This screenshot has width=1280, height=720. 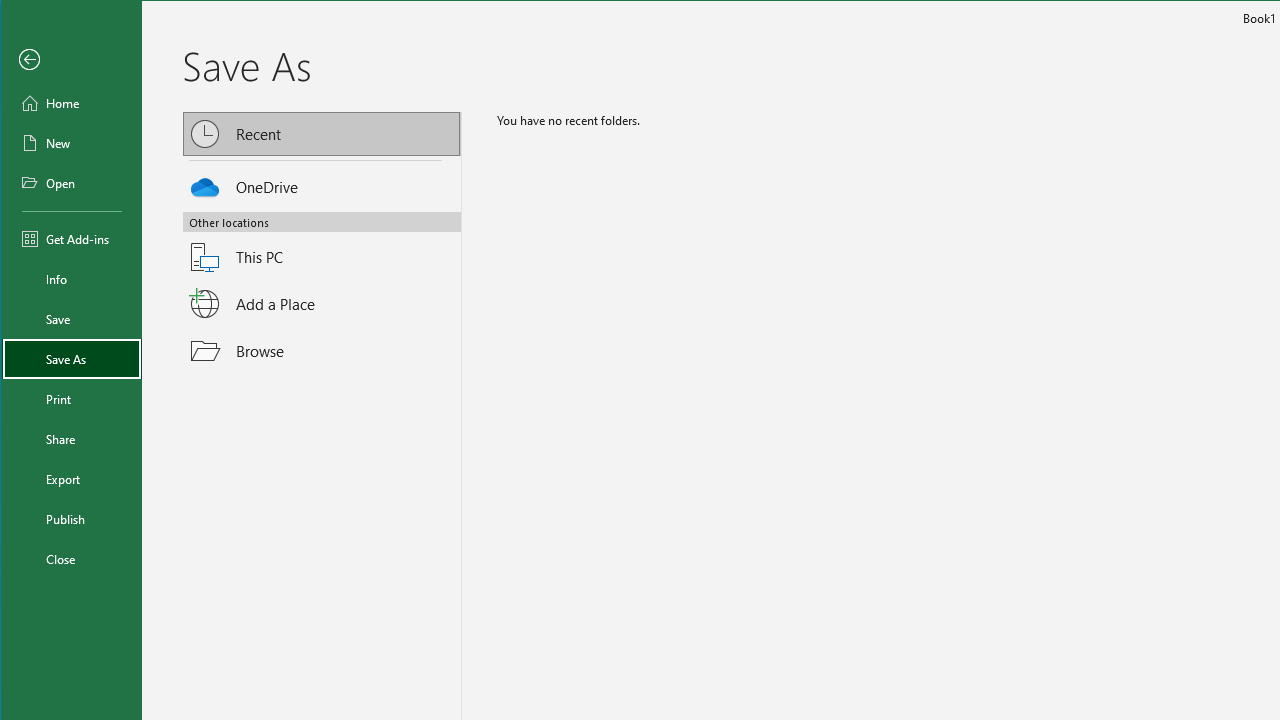 What do you see at coordinates (322, 304) in the screenshot?
I see `'Add a Place'` at bounding box center [322, 304].